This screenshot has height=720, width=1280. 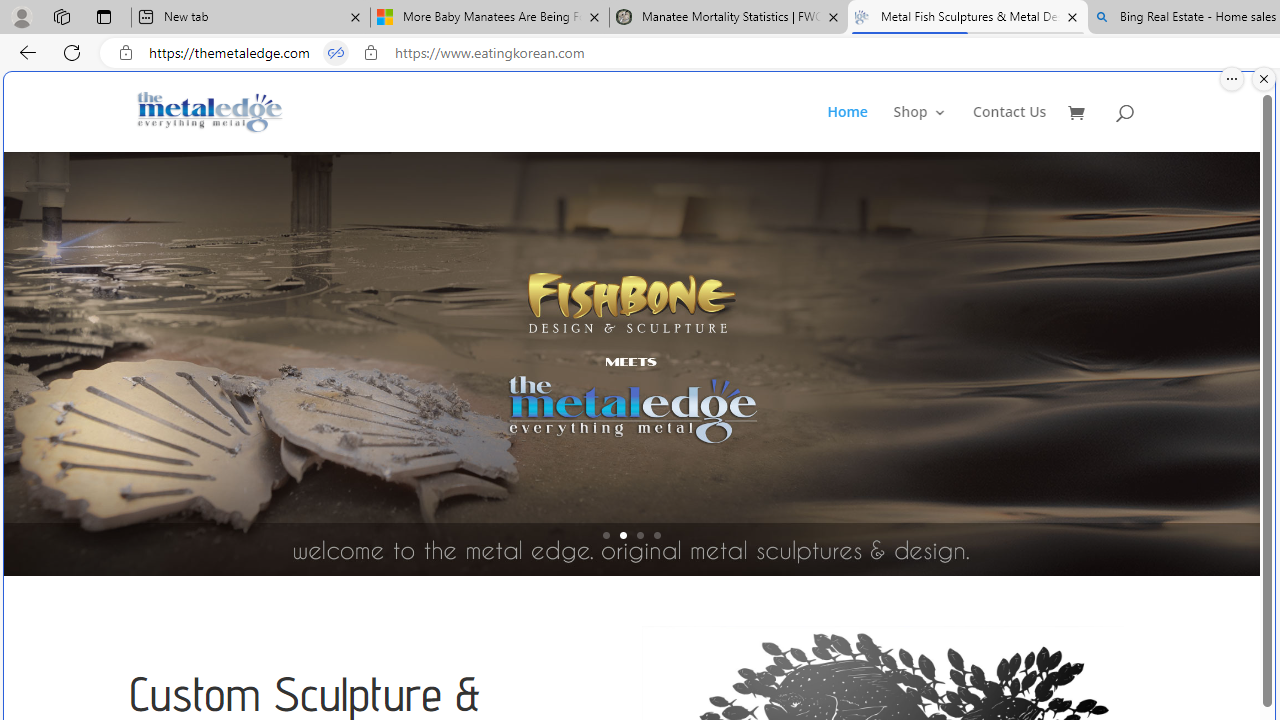 I want to click on '4', so click(x=657, y=534).